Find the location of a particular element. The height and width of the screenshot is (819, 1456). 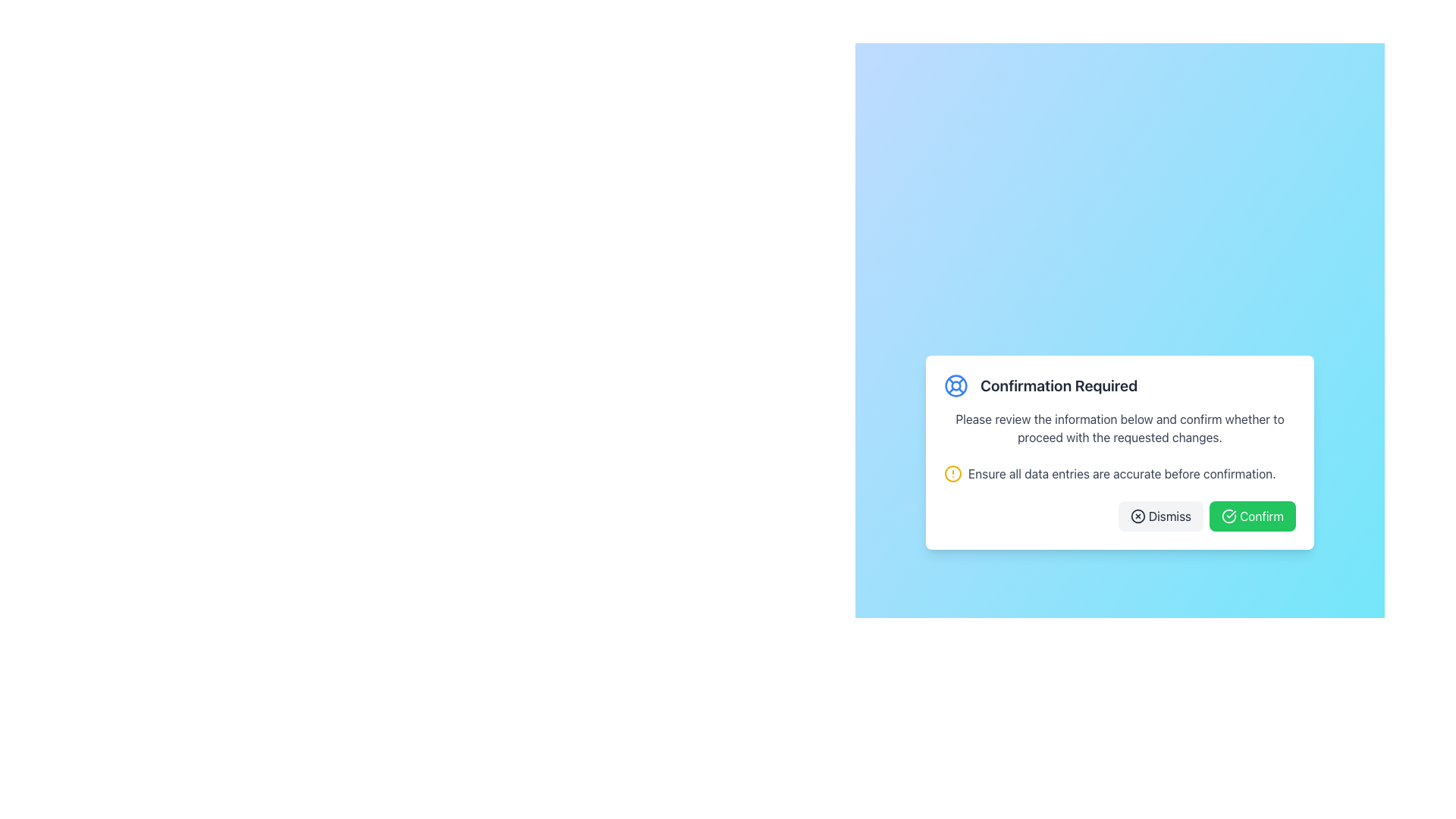

the circular life buoy icon with blue outlines and white areas, located to the left of the 'Confirmation Required' text in the confirmation dialog box is located at coordinates (955, 385).